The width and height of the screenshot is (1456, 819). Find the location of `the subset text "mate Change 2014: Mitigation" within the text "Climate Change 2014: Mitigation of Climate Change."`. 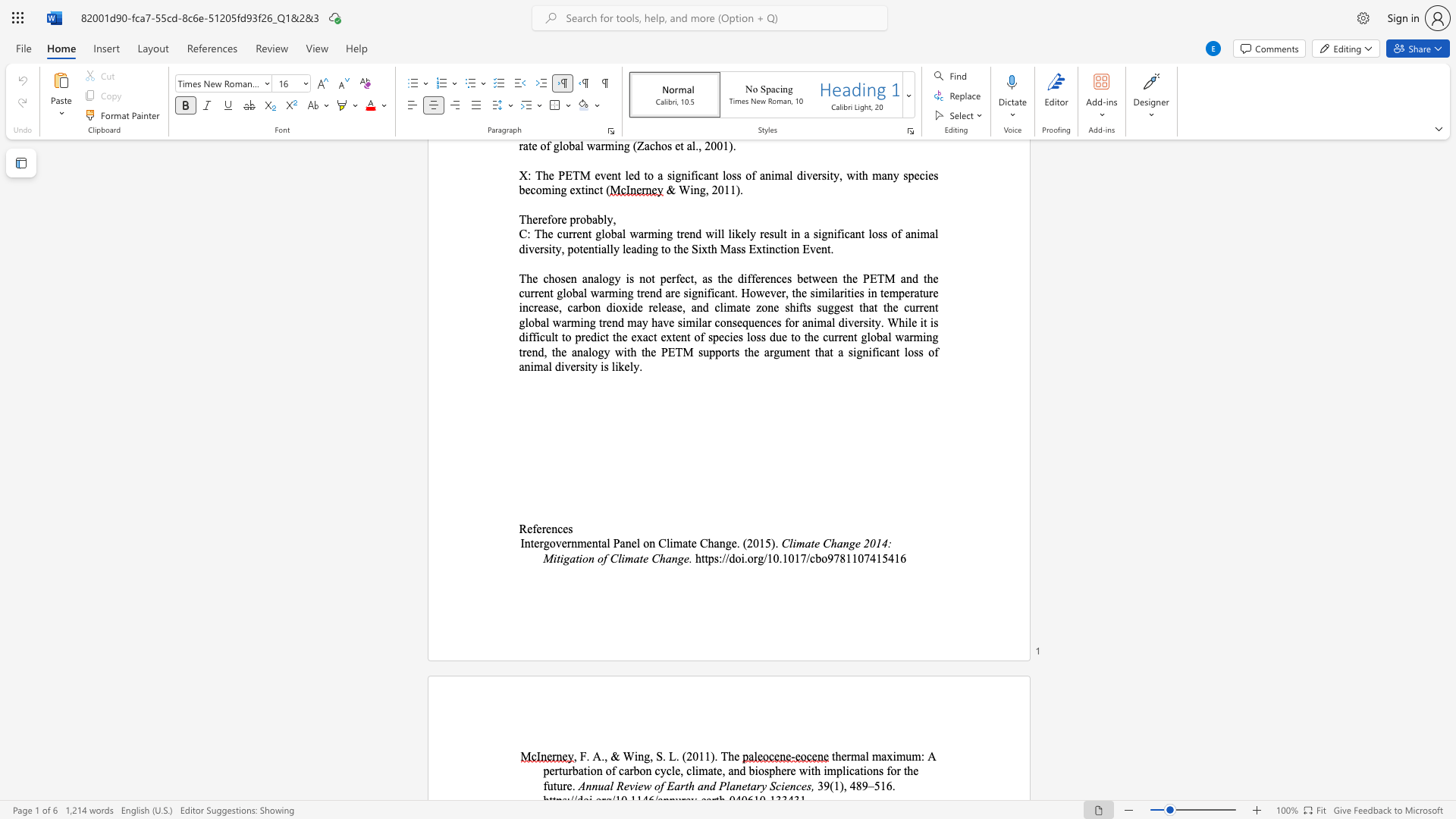

the subset text "mate Change 2014: Mitigation" within the text "Climate Change 2014: Mitigation of Climate Change." is located at coordinates (795, 542).